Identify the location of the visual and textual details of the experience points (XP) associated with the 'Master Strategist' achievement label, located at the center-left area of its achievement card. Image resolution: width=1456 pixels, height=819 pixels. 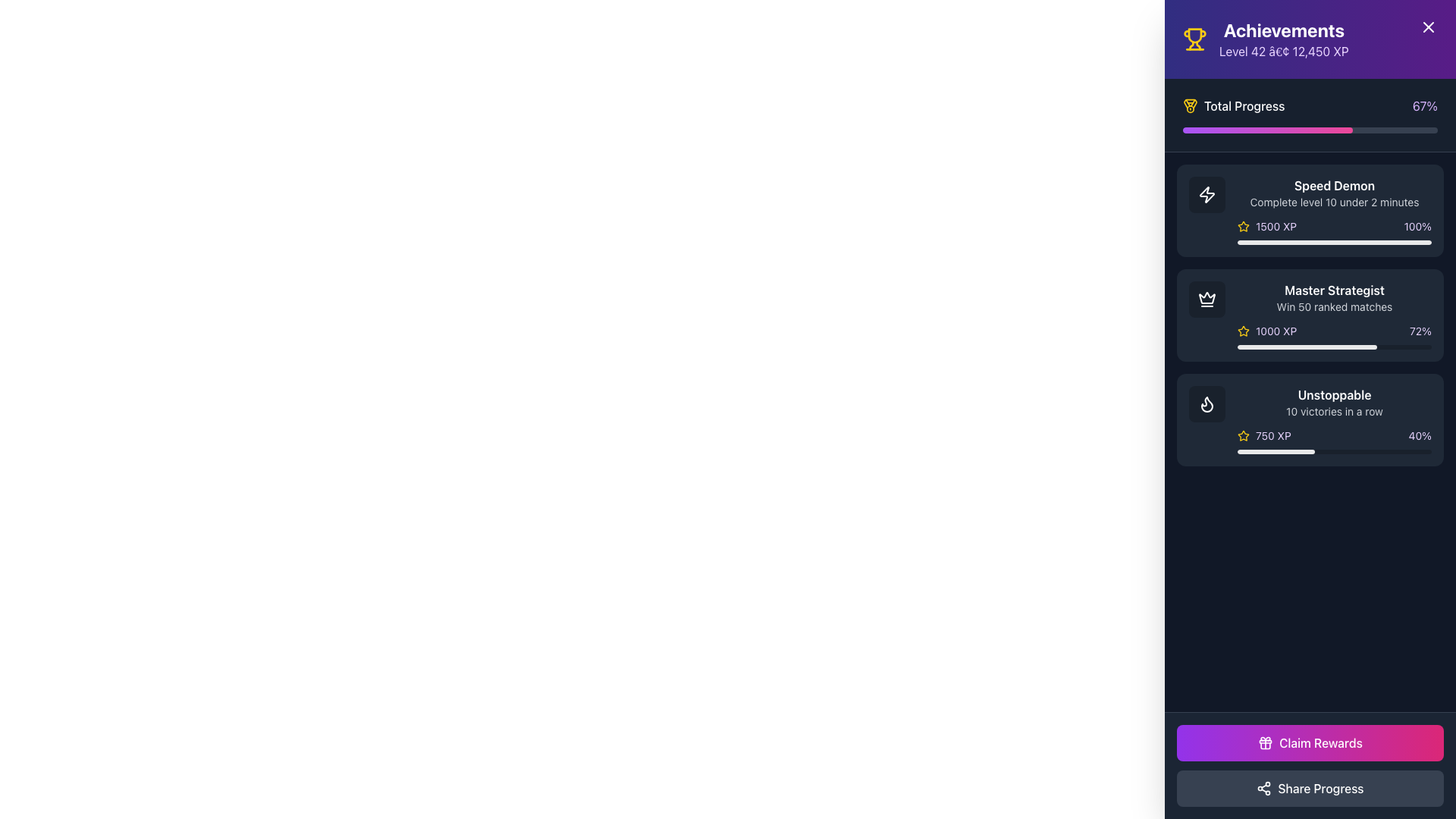
(1267, 330).